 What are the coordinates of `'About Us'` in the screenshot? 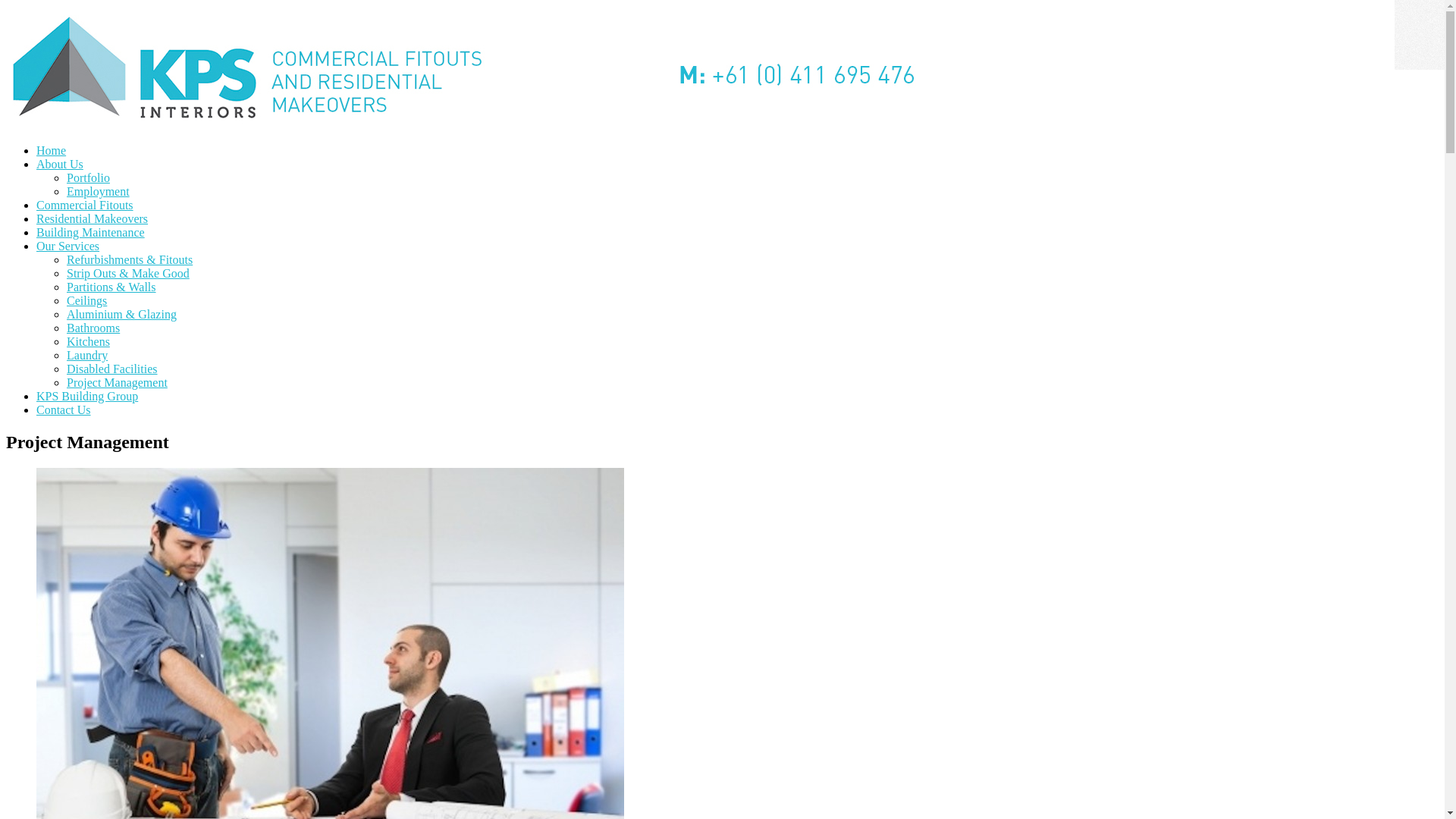 It's located at (59, 164).